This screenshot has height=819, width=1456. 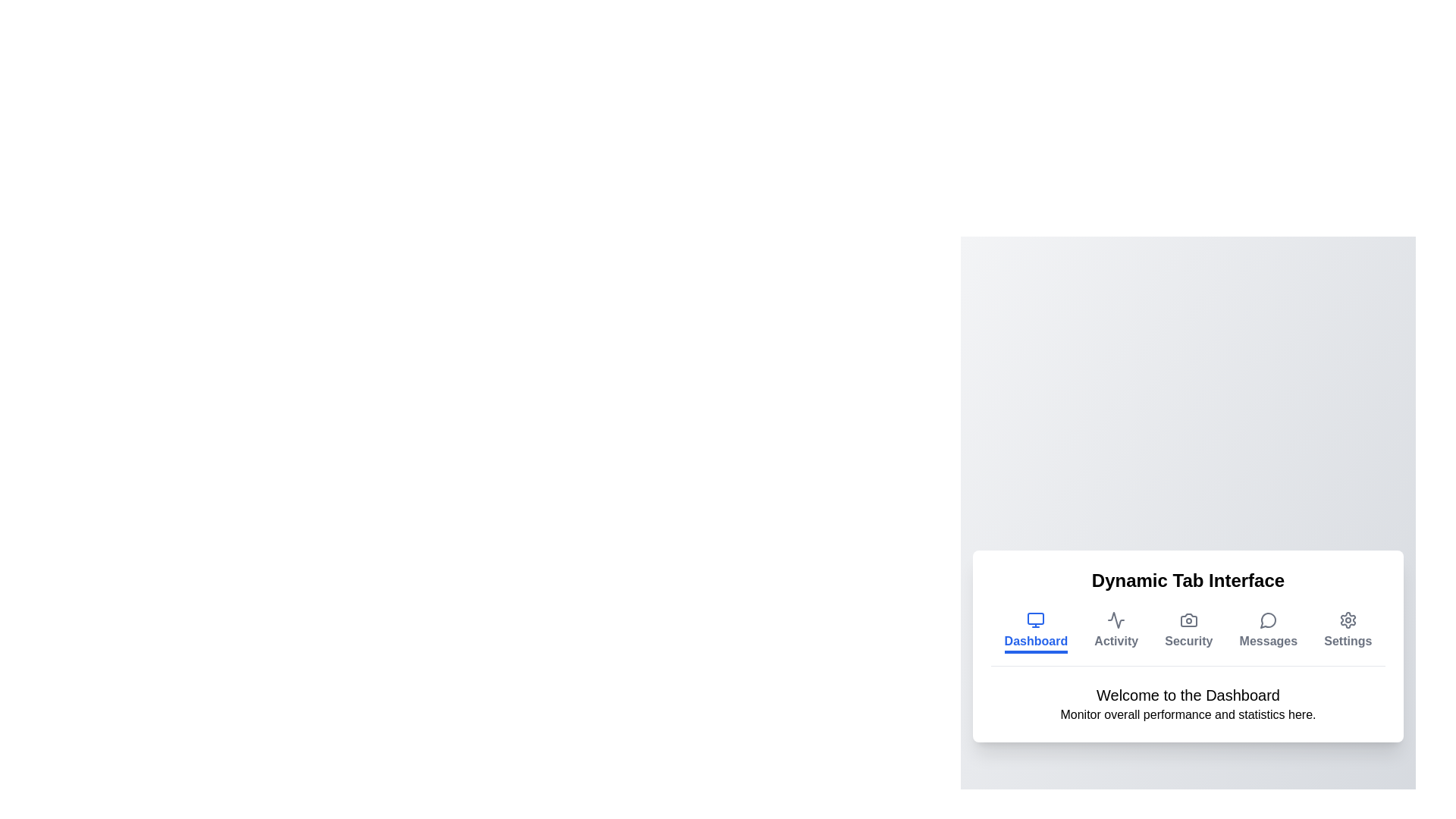 I want to click on the second icon in the navigation interface, which is a stylized wave-like design located between the 'Dashboard' and 'Security' tabs, so click(x=1116, y=620).